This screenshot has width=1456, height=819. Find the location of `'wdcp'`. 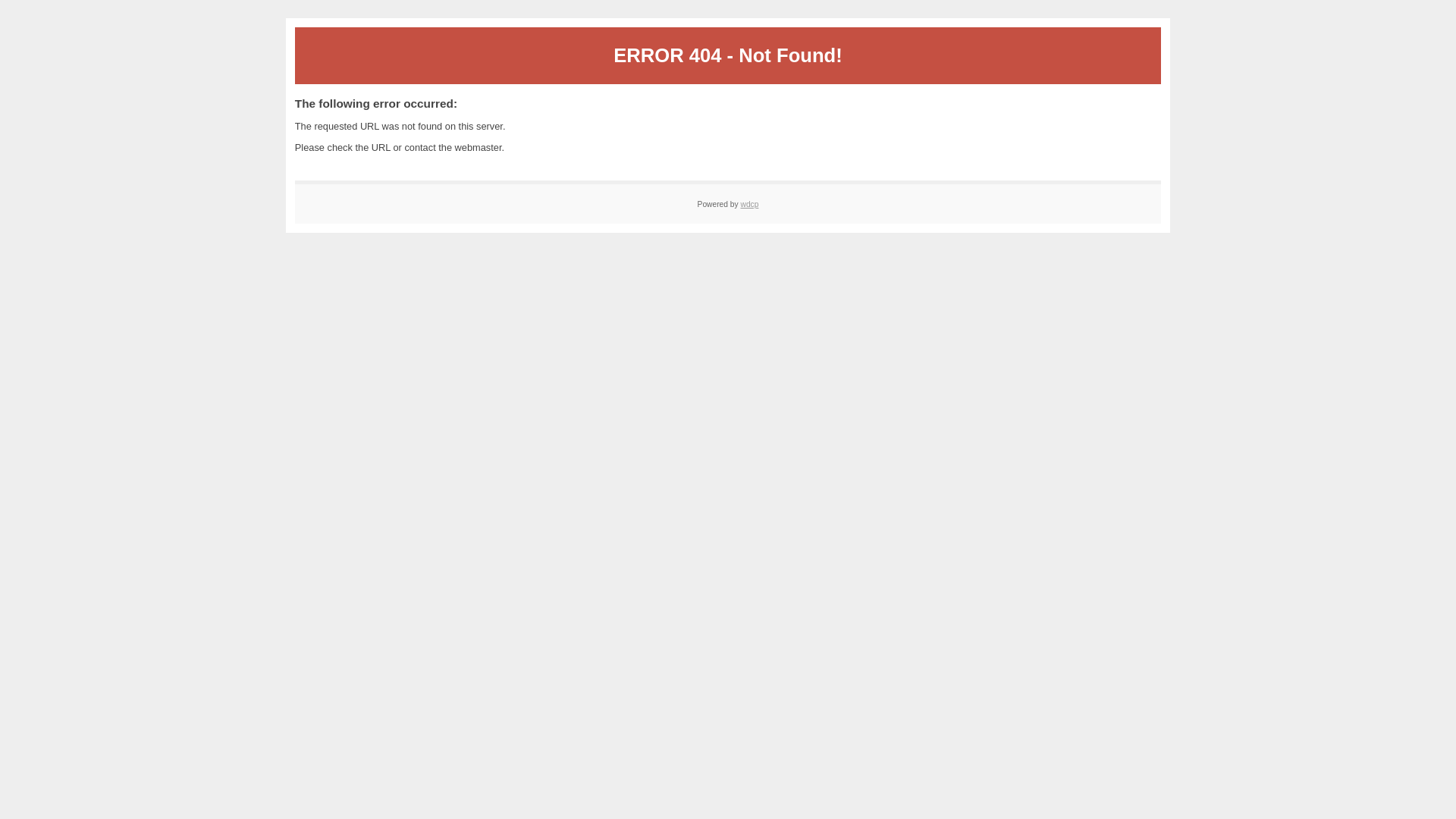

'wdcp' is located at coordinates (749, 203).